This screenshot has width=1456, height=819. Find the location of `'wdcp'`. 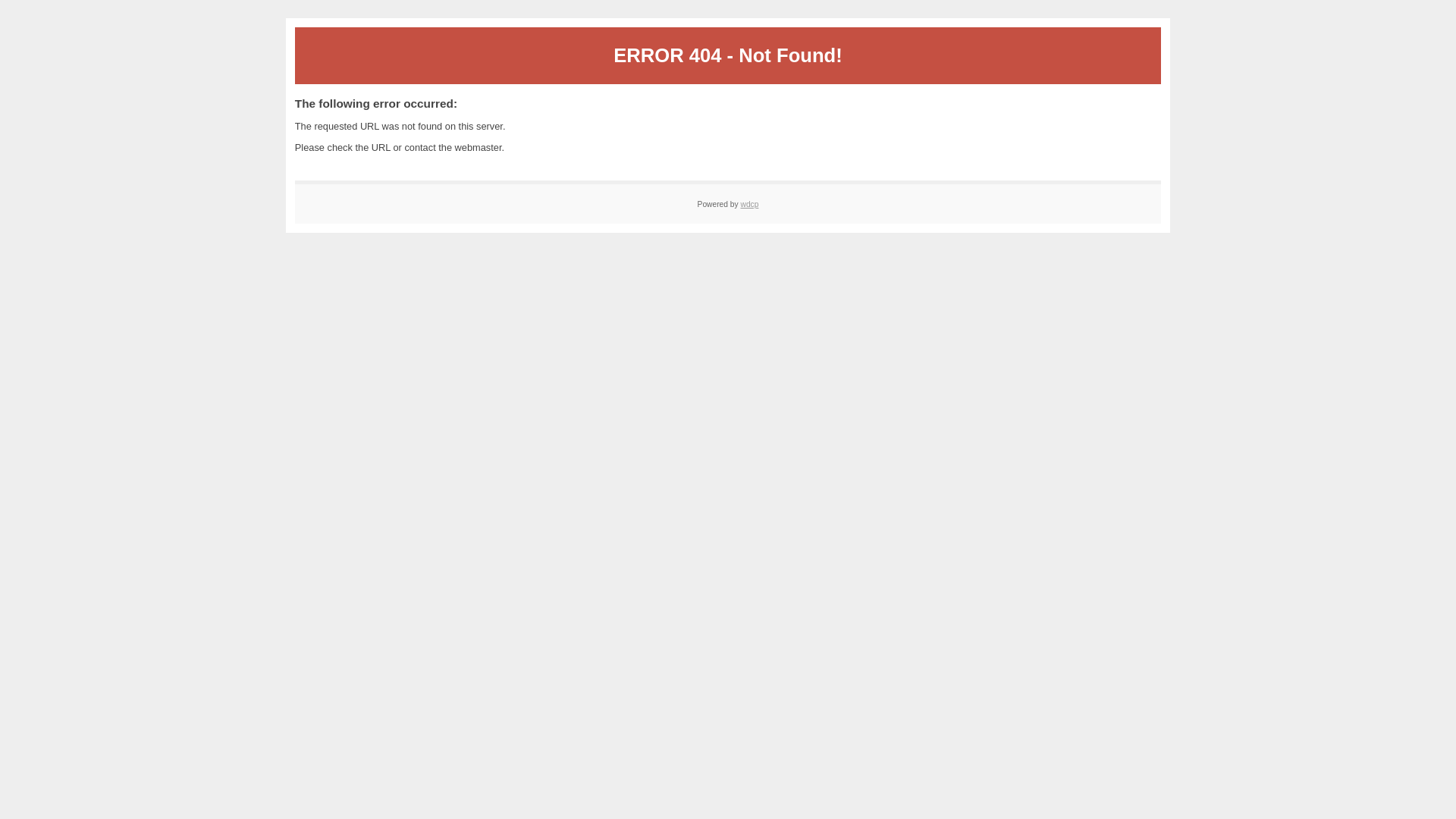

'wdcp' is located at coordinates (749, 203).